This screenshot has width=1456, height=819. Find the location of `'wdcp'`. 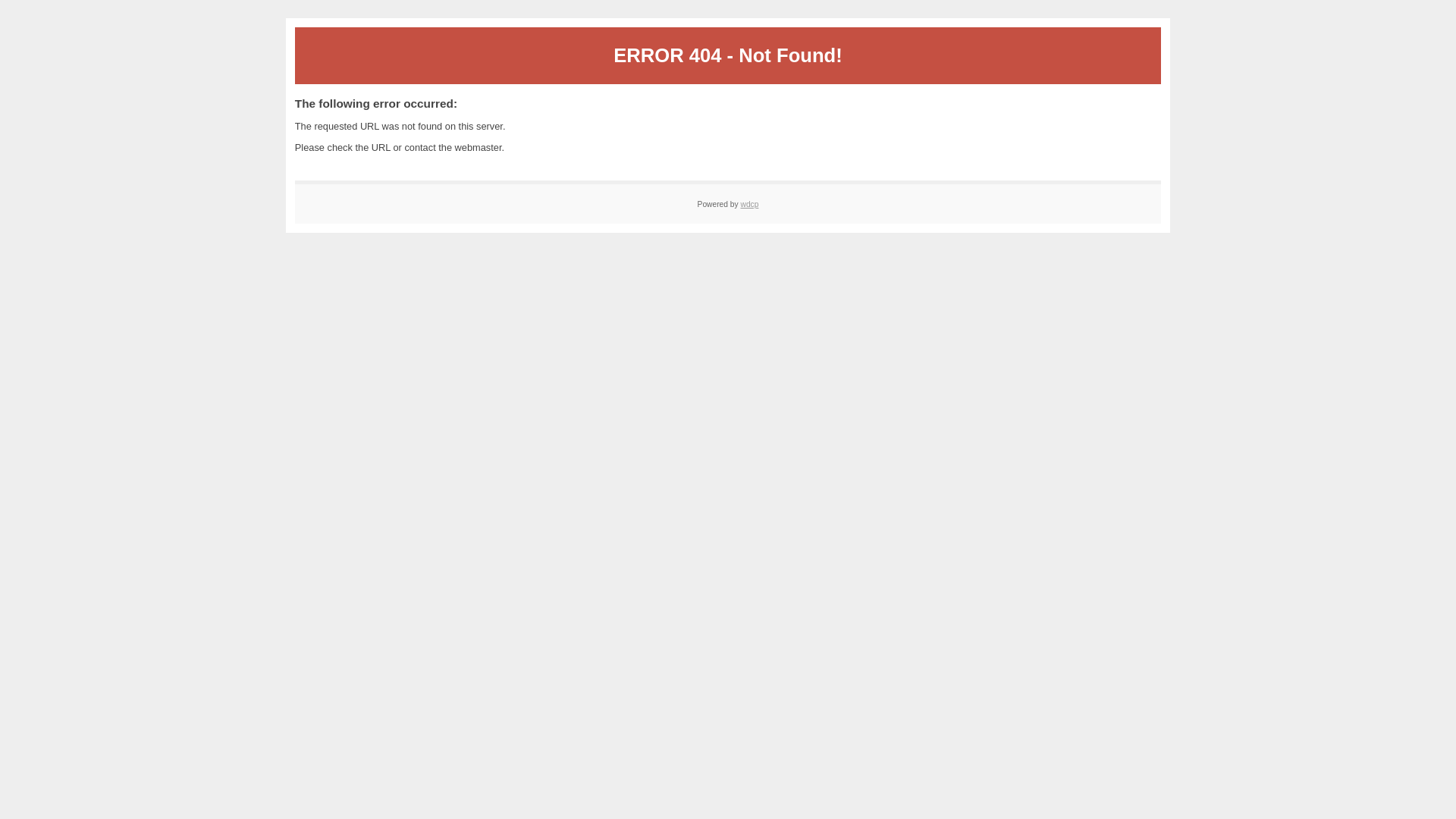

'wdcp' is located at coordinates (749, 203).